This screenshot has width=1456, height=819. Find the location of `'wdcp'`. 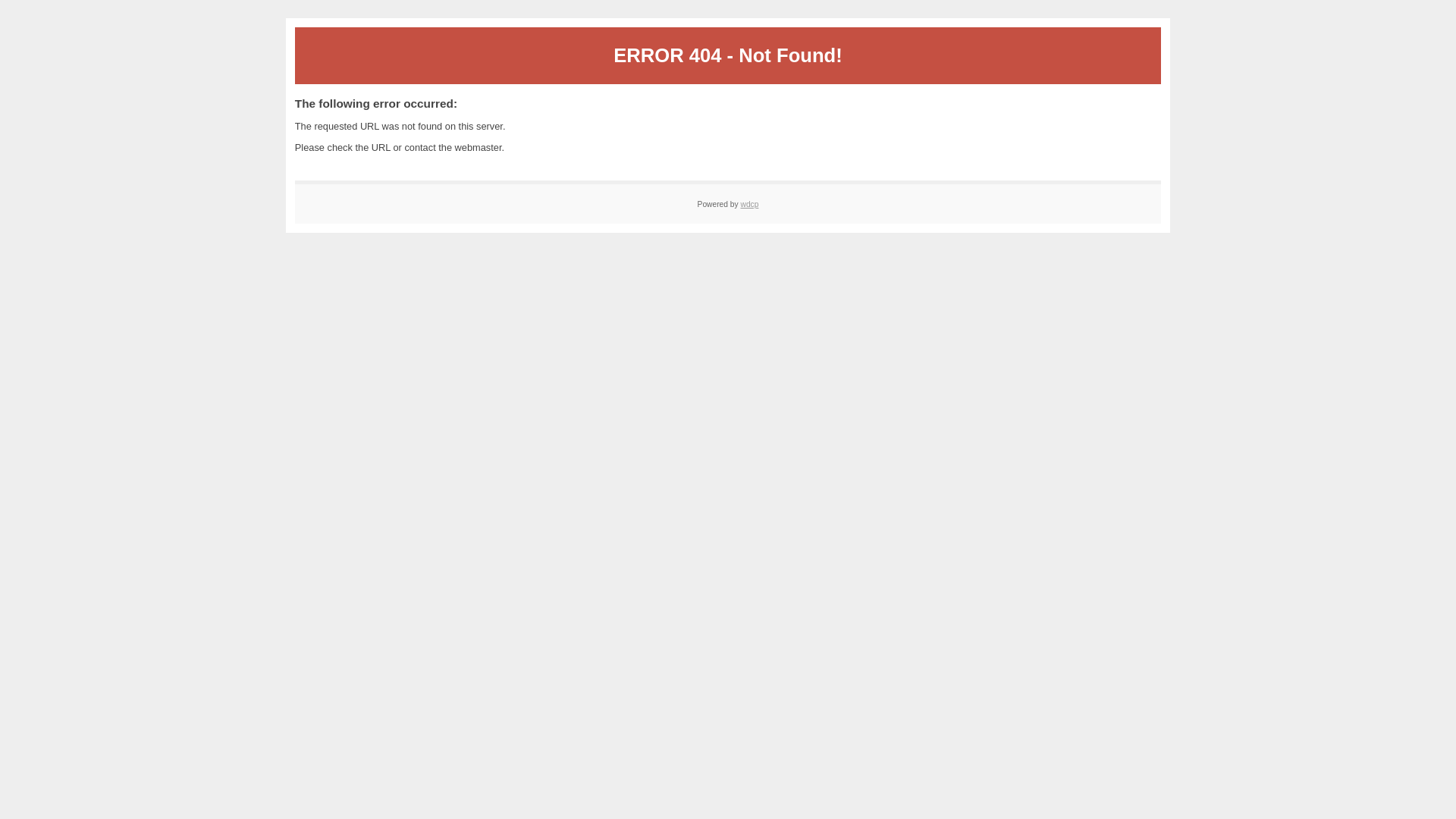

'wdcp' is located at coordinates (749, 203).